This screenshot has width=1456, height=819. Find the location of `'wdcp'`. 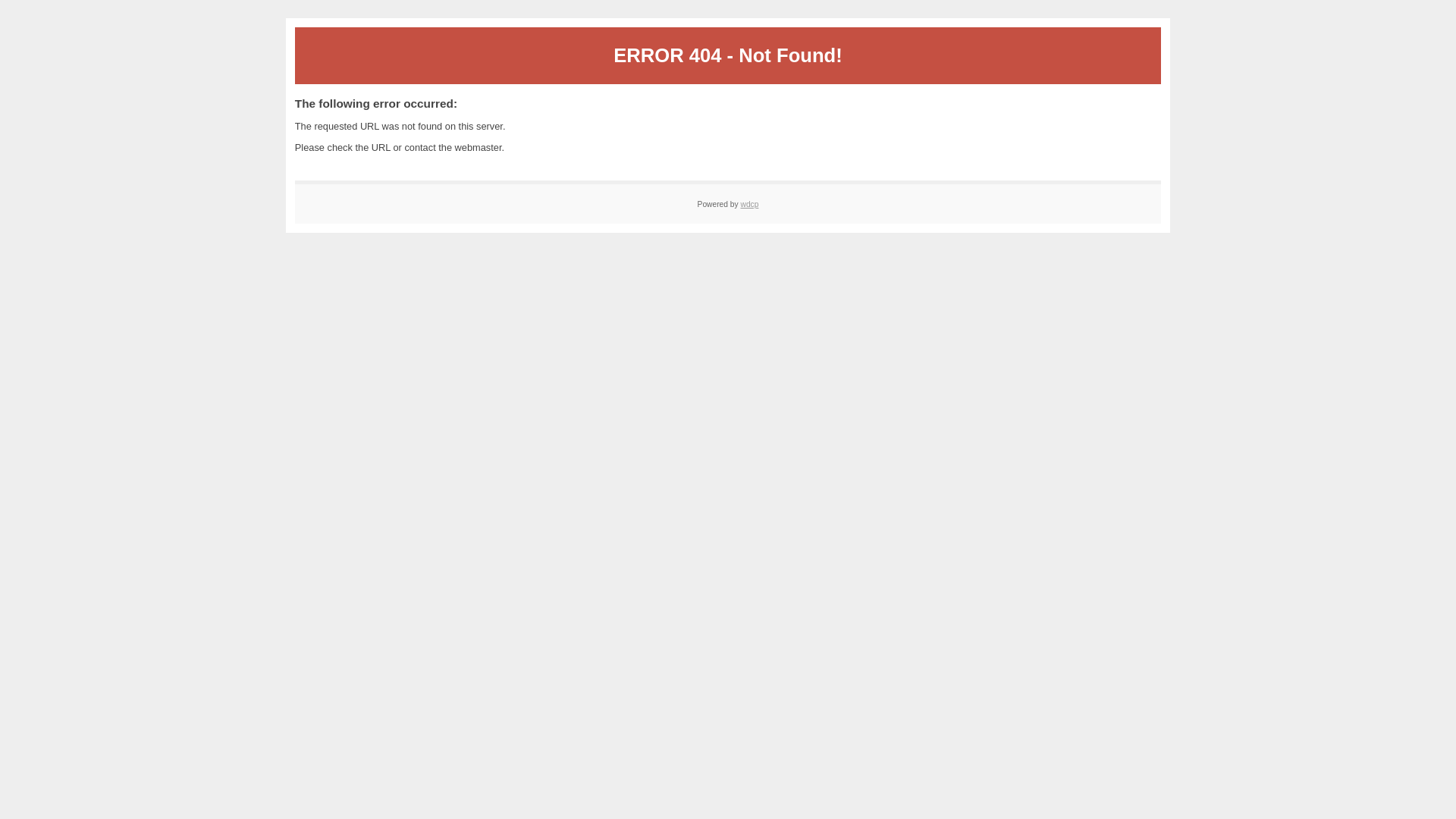

'wdcp' is located at coordinates (749, 203).